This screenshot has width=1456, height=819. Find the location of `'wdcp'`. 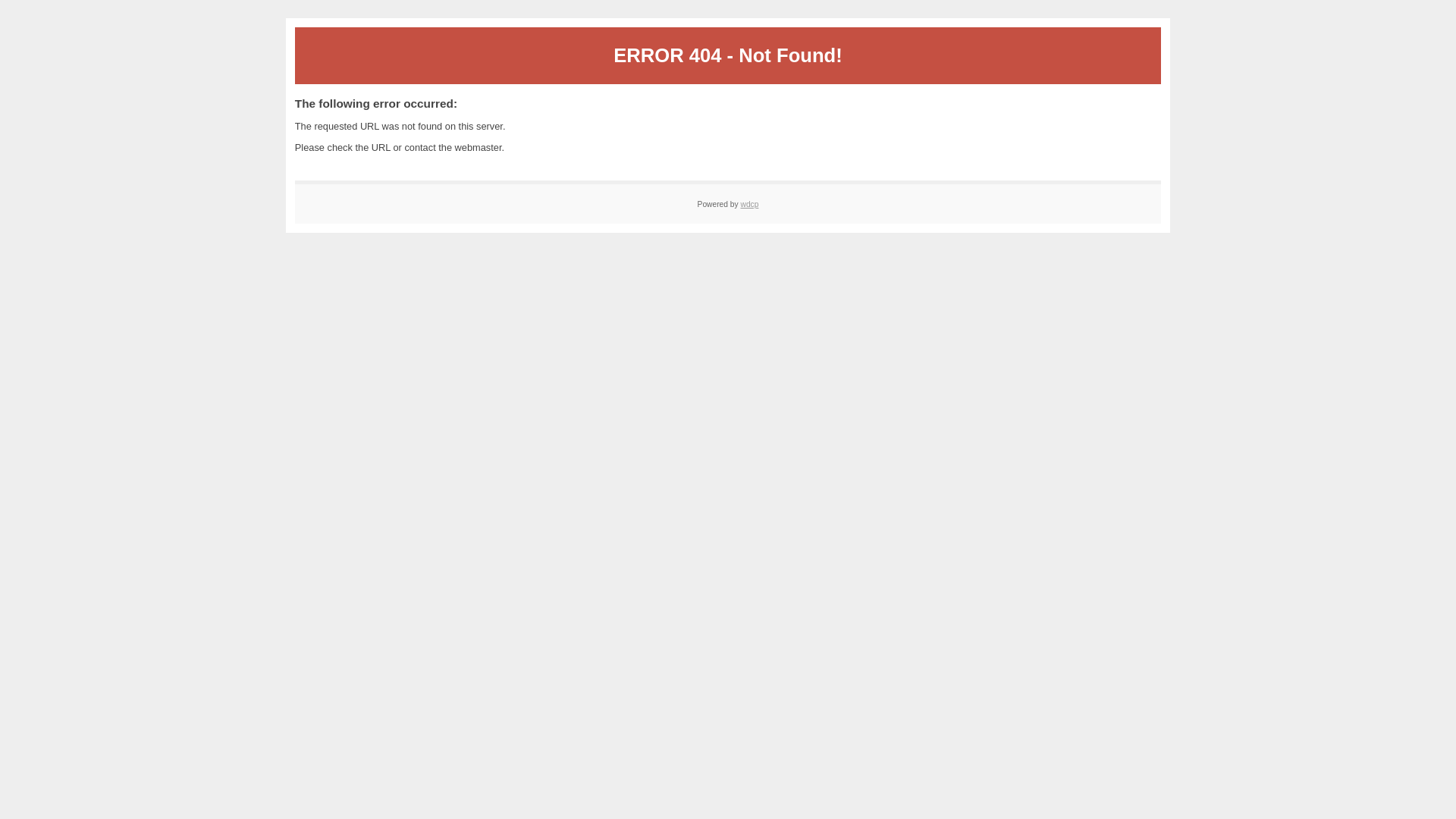

'wdcp' is located at coordinates (749, 203).